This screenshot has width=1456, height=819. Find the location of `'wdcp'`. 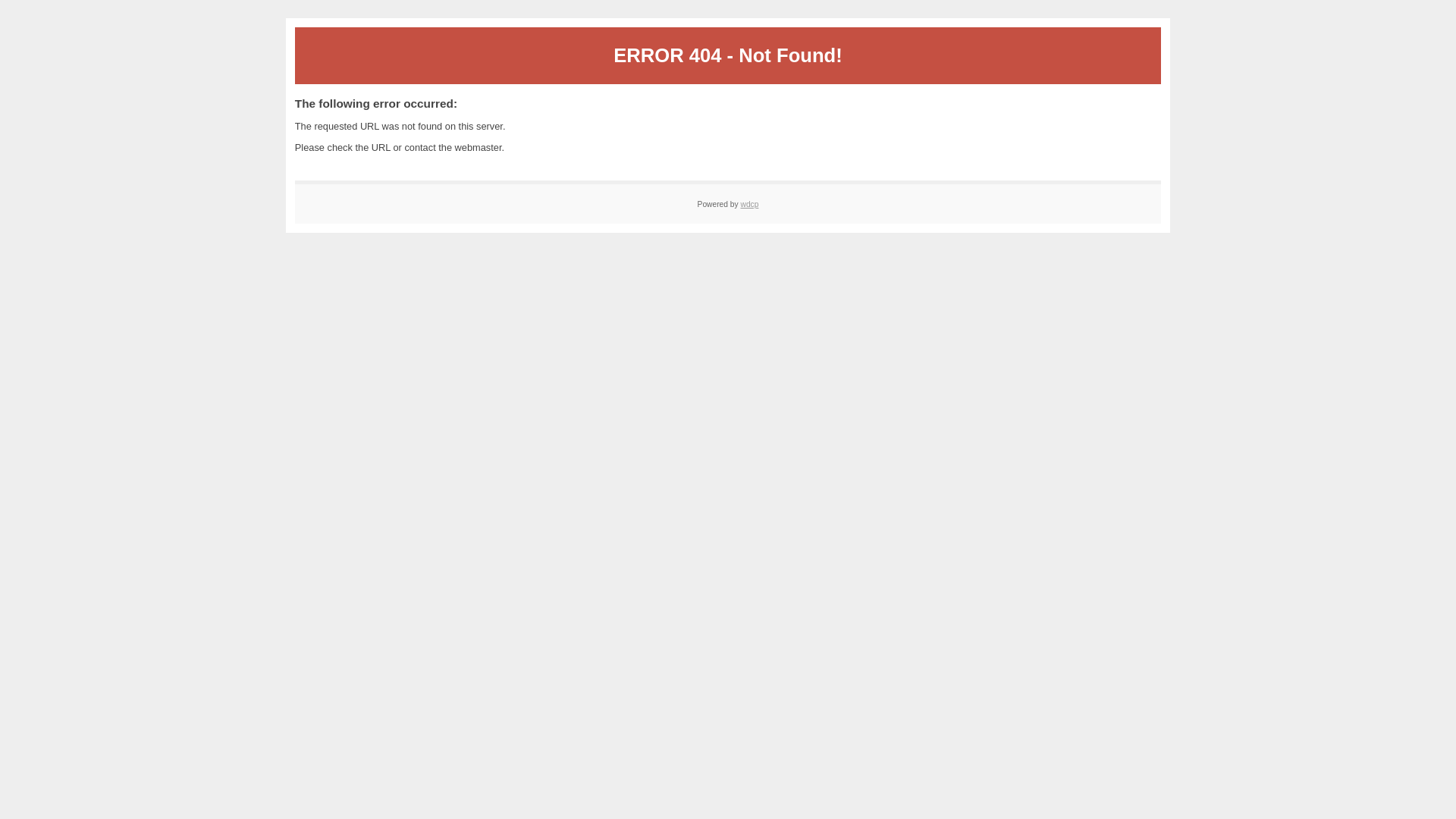

'wdcp' is located at coordinates (749, 203).